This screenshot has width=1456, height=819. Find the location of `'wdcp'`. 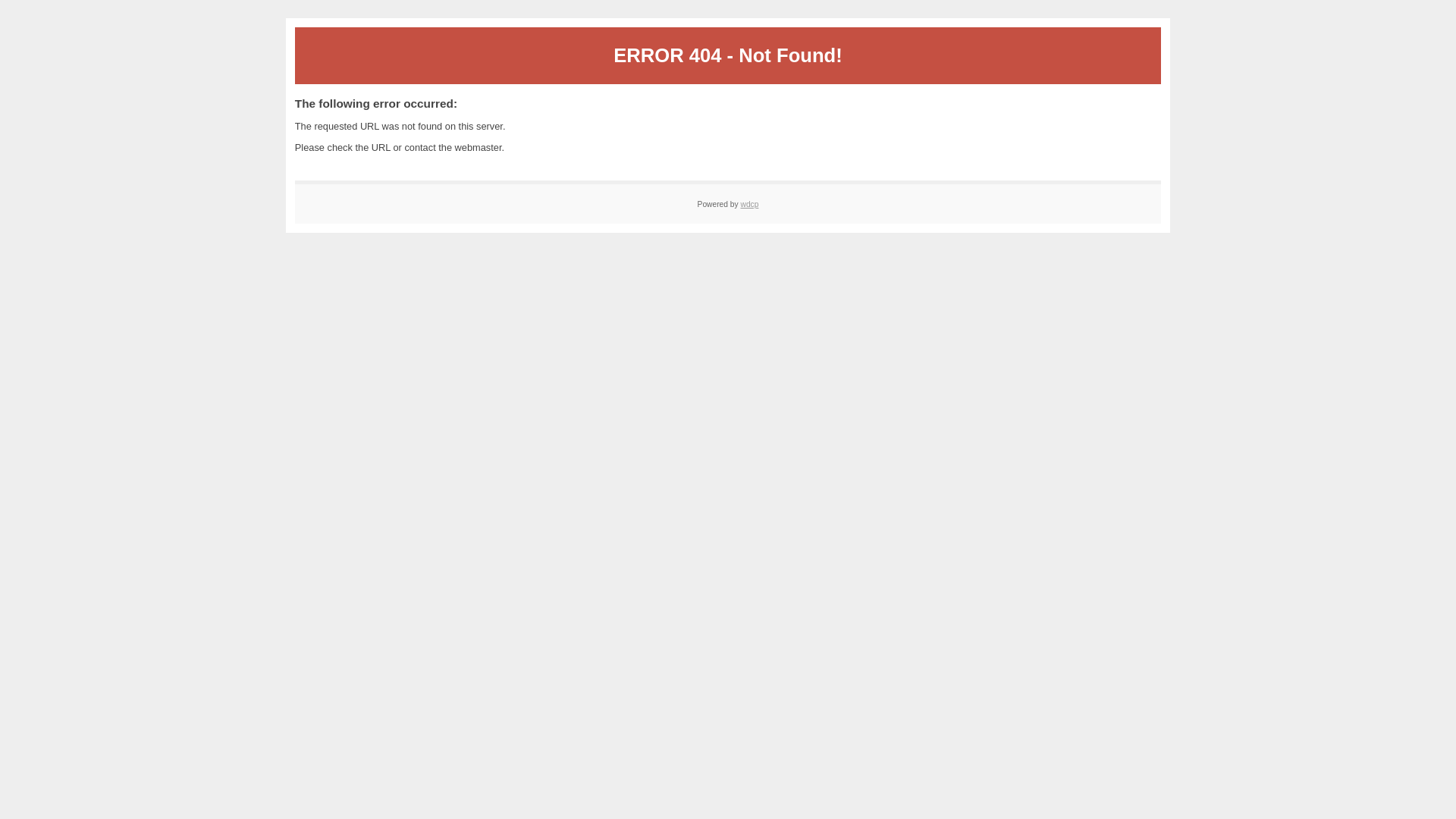

'wdcp' is located at coordinates (749, 203).